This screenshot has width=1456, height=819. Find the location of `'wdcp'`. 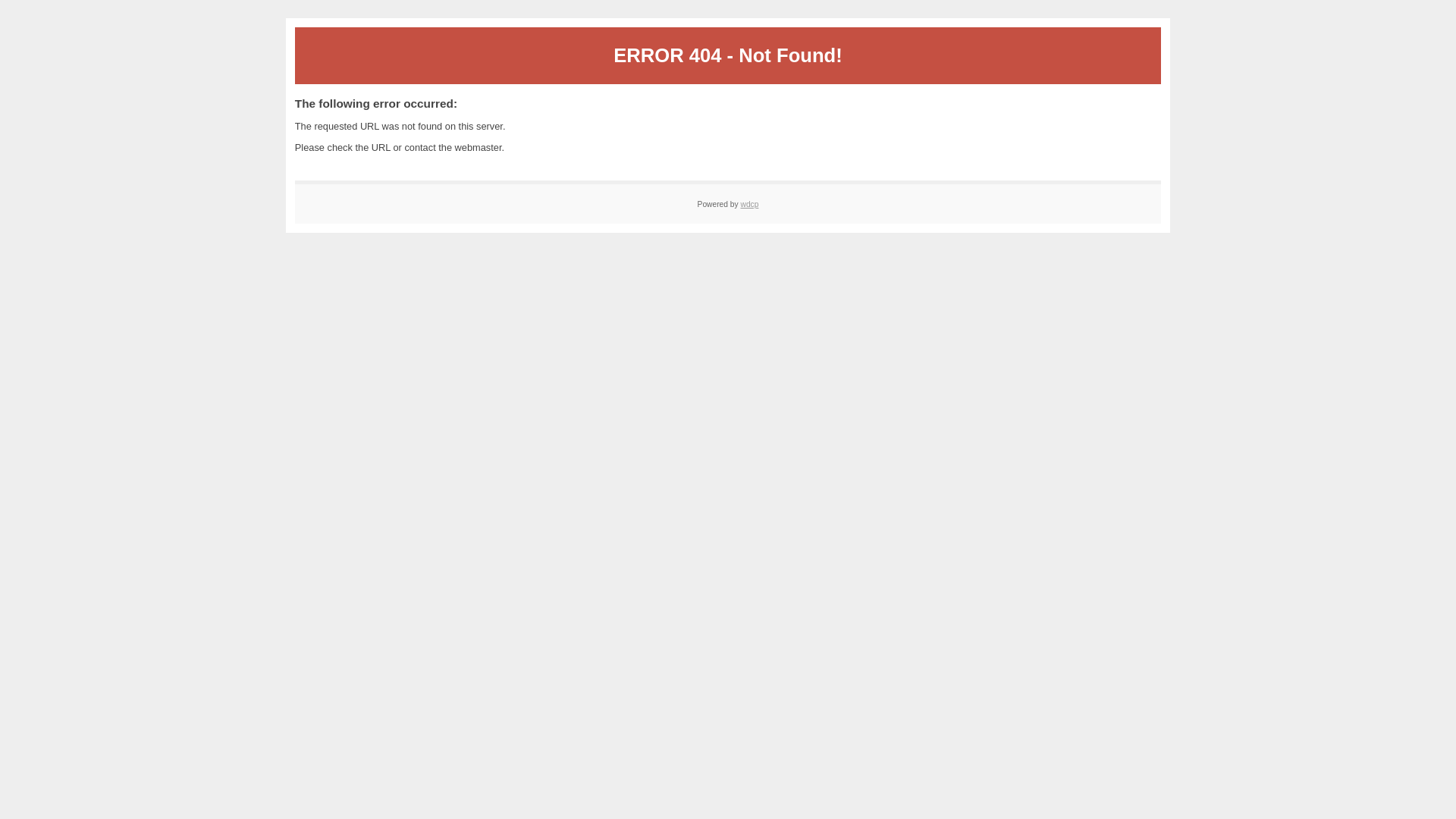

'wdcp' is located at coordinates (749, 203).